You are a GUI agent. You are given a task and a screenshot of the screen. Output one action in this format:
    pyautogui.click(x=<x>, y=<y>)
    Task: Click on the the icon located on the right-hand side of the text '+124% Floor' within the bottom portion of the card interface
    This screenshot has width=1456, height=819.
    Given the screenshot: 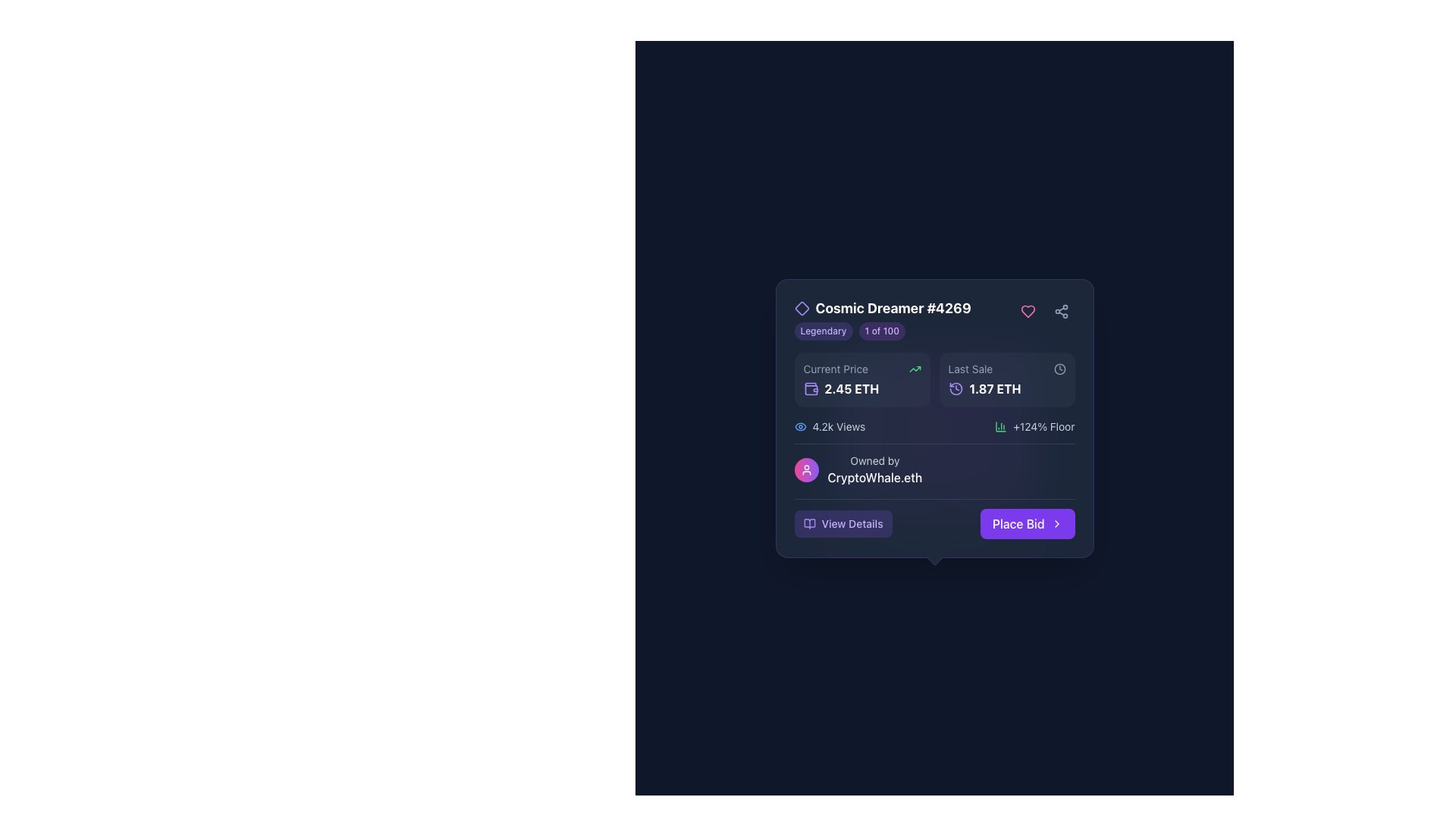 What is the action you would take?
    pyautogui.click(x=1001, y=427)
    